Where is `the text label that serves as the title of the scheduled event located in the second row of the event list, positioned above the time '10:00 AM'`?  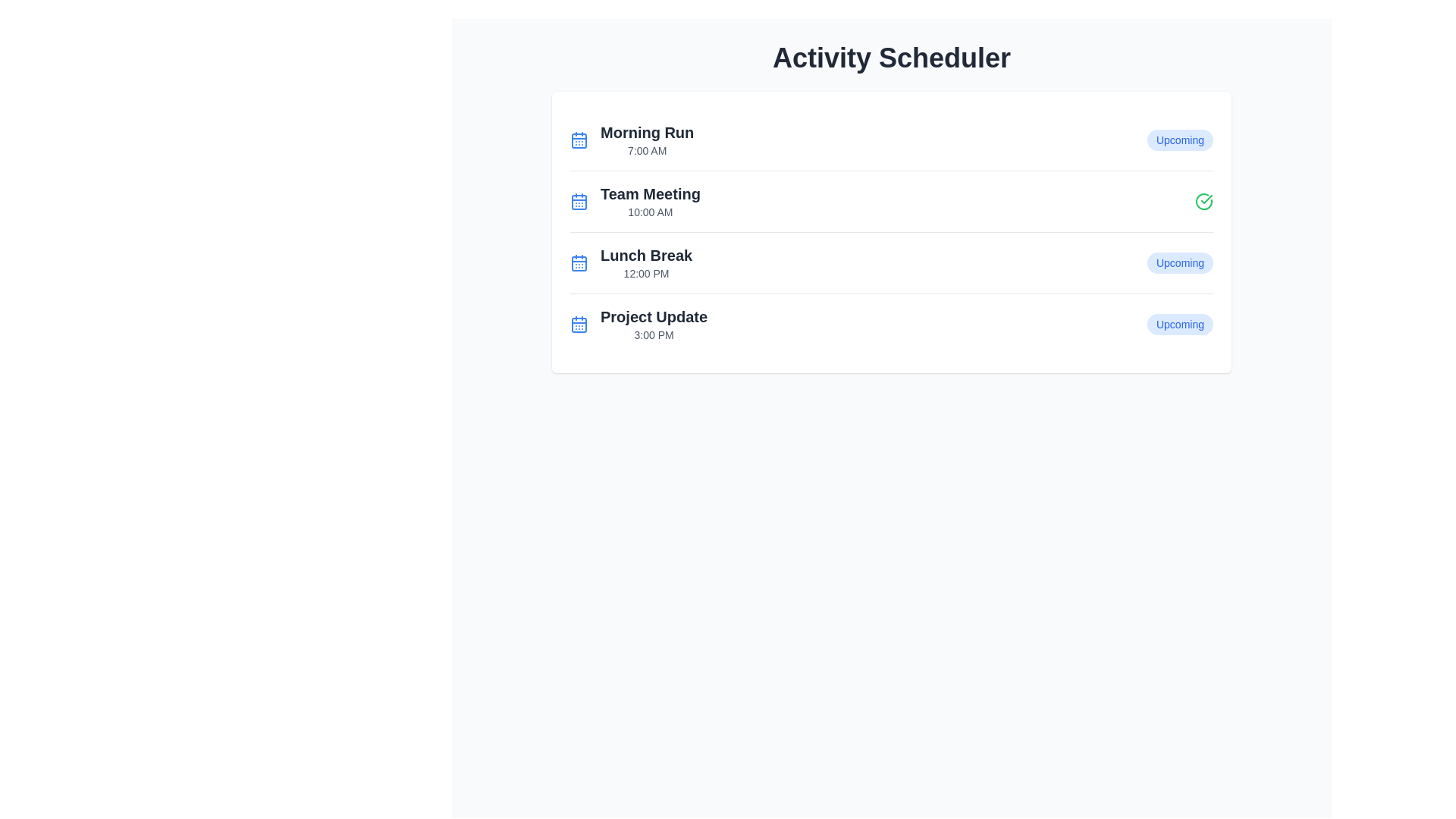
the text label that serves as the title of the scheduled event located in the second row of the event list, positioned above the time '10:00 AM' is located at coordinates (650, 193).